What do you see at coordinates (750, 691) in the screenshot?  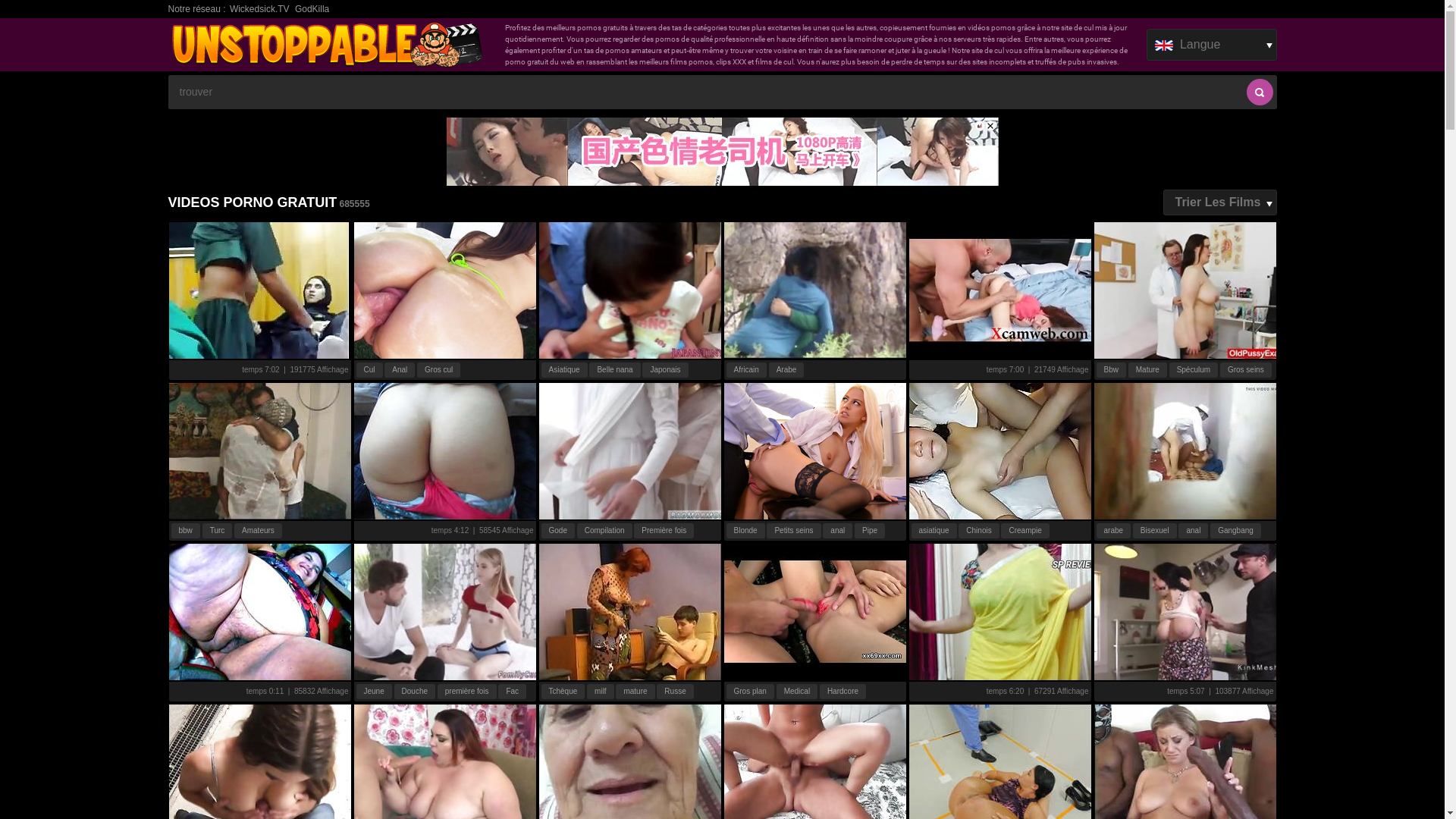 I see `'Gros plan'` at bounding box center [750, 691].